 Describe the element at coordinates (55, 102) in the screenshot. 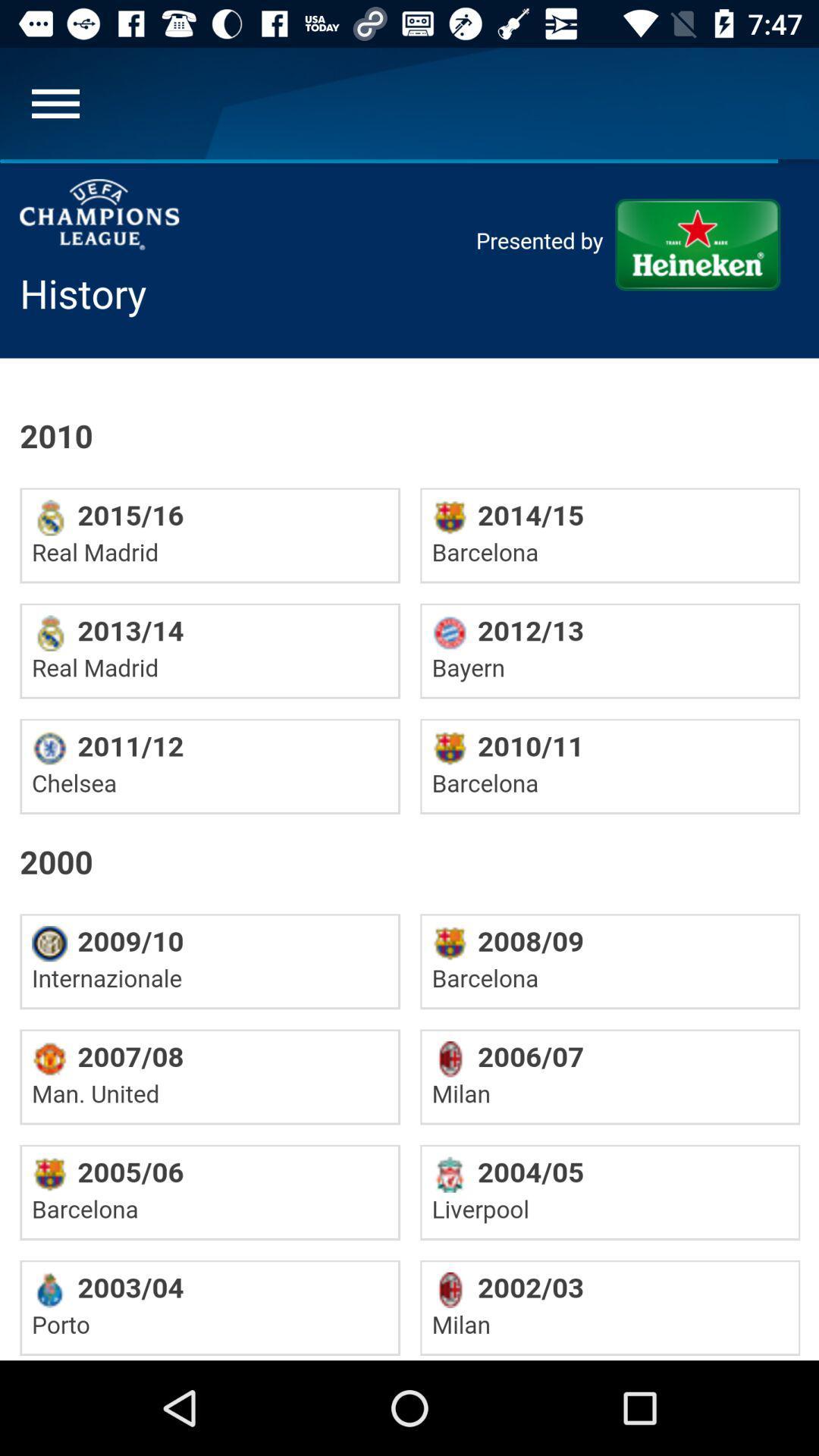

I see `menu page` at that location.